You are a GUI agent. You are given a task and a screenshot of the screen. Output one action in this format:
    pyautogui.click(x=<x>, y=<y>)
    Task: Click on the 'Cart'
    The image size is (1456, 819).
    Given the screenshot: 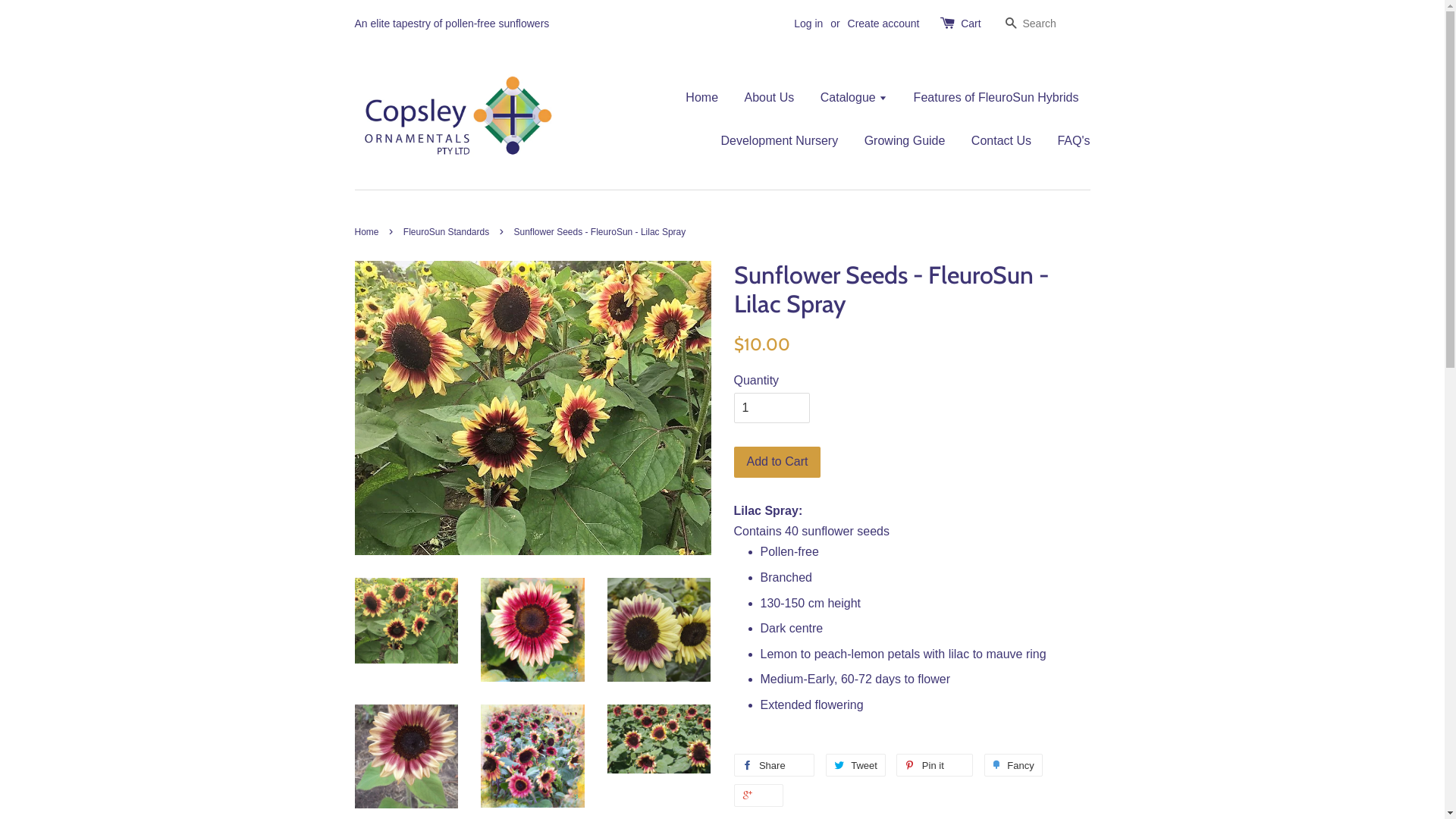 What is the action you would take?
    pyautogui.click(x=960, y=24)
    